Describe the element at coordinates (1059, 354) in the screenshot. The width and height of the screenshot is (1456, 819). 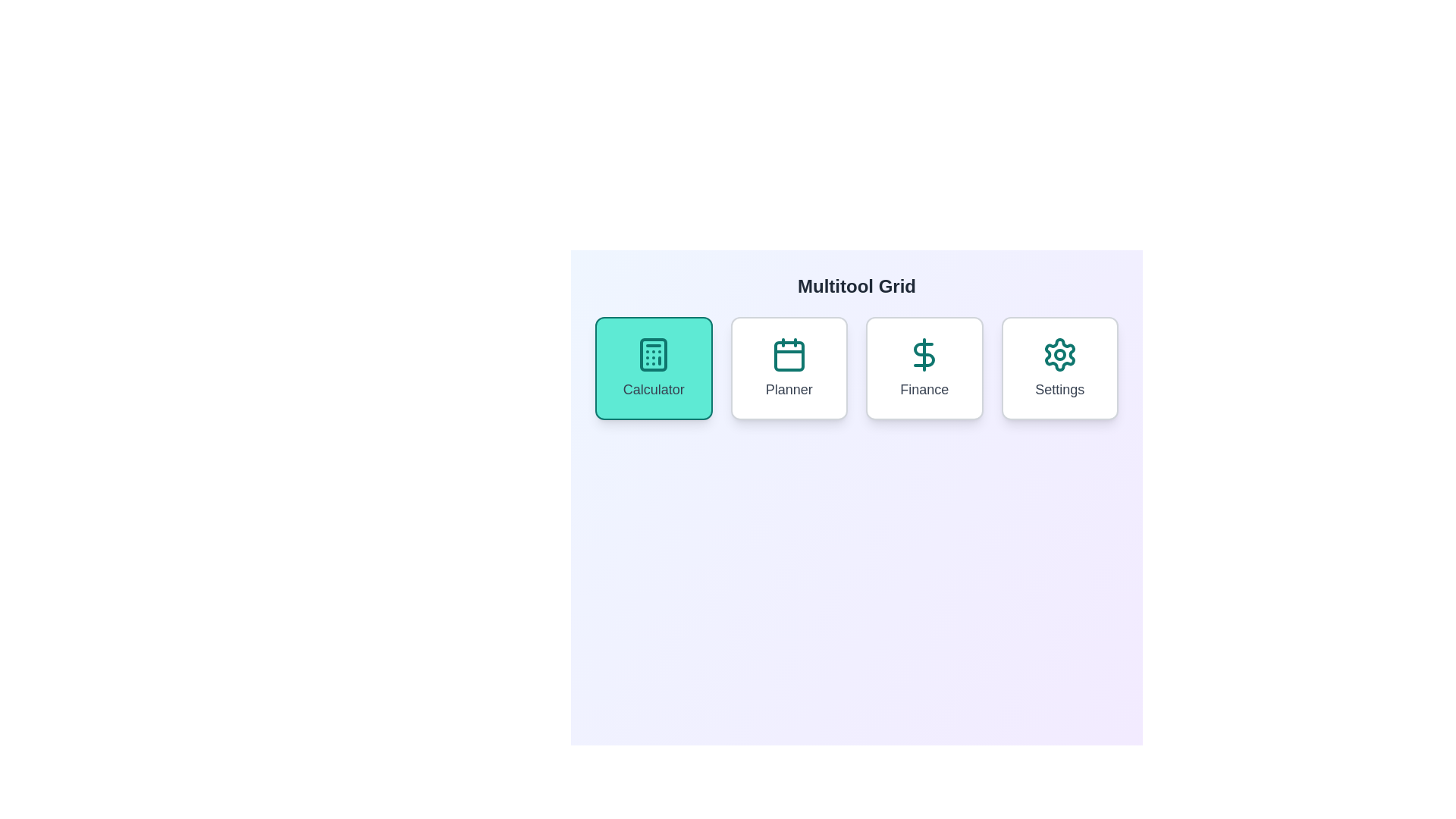
I see `the gear icon in the bottom-right position of the 'Multitool Grid' layout` at that location.